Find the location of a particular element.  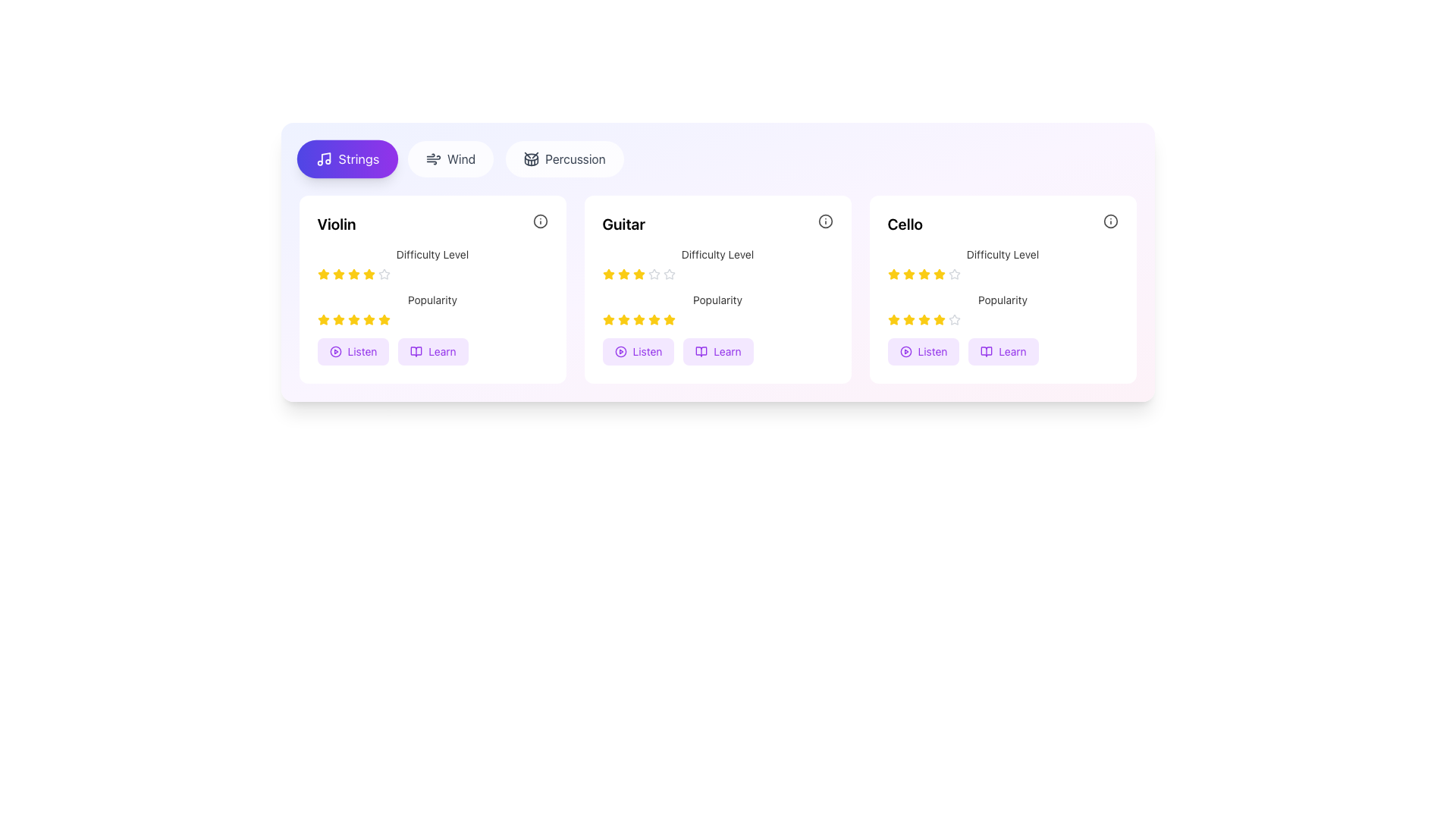

the third yellow-colored star icon in the 'Popularity' rating section of the 'Guitar' card is located at coordinates (623, 318).